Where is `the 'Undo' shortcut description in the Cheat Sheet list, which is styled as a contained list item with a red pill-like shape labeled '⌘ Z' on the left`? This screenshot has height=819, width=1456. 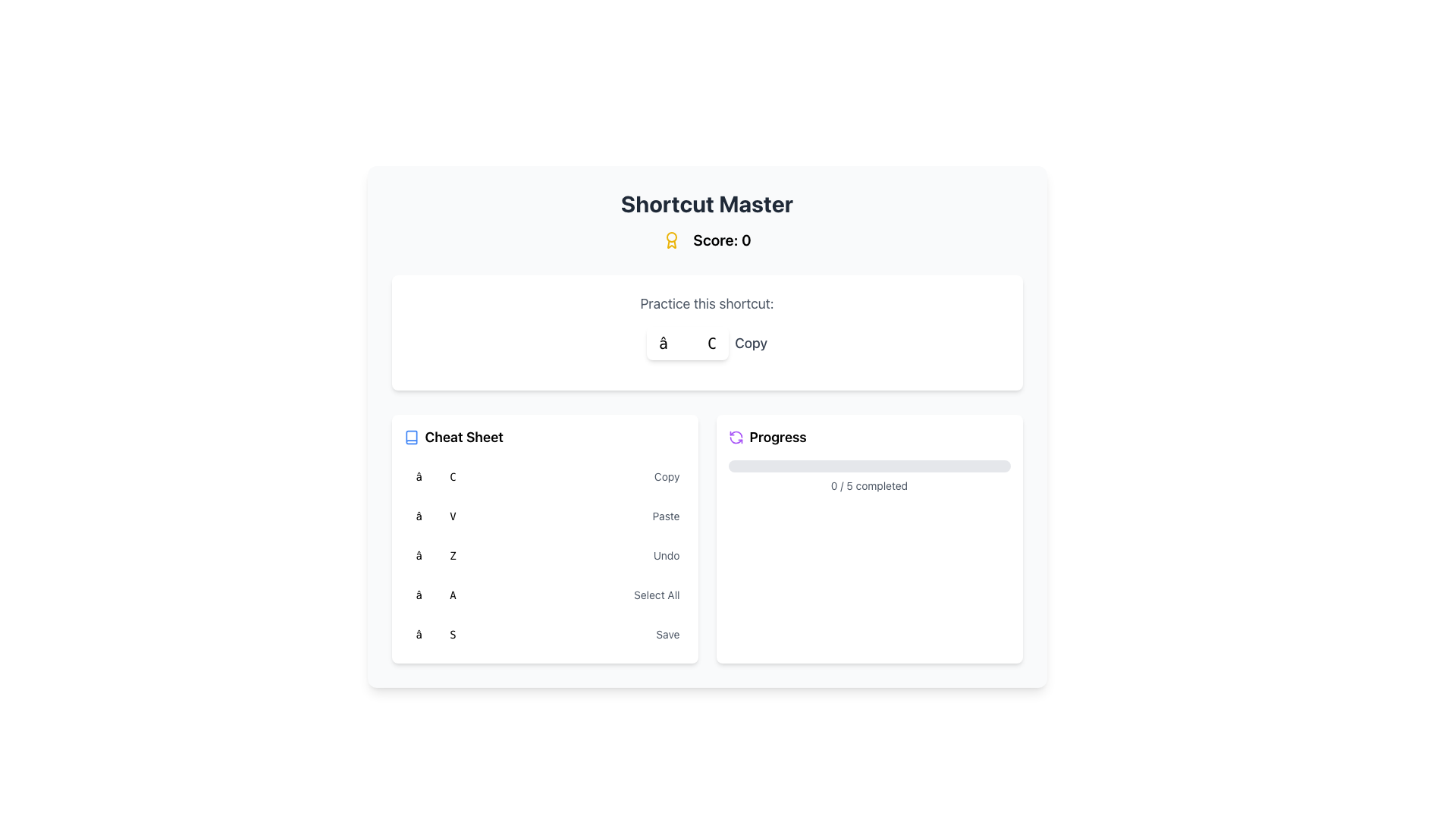
the 'Undo' shortcut description in the Cheat Sheet list, which is styled as a contained list item with a red pill-like shape labeled '⌘ Z' on the left is located at coordinates (544, 555).